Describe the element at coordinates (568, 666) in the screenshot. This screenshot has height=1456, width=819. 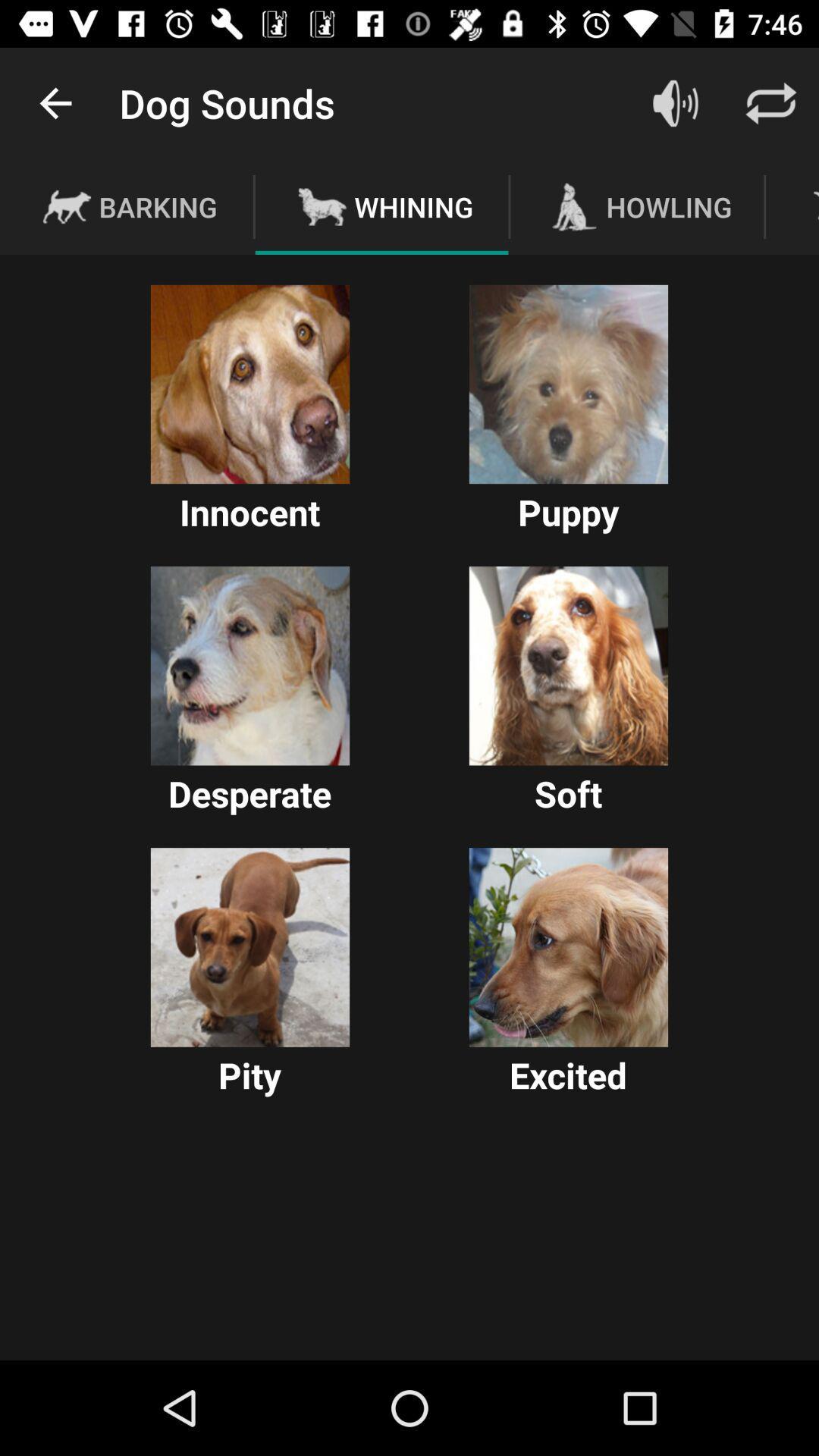
I see `soft dog sound` at that location.